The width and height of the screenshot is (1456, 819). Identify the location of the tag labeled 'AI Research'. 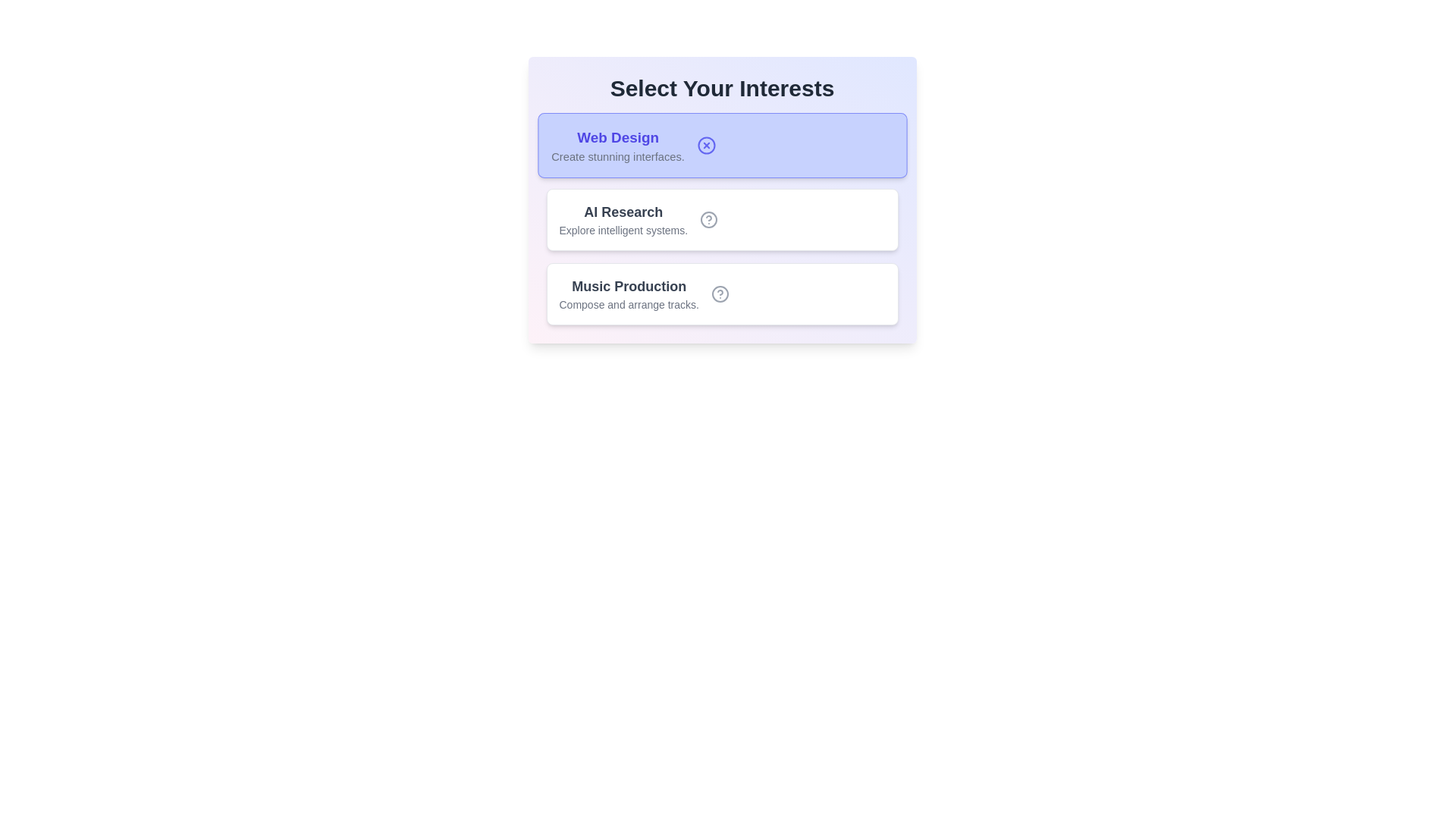
(721, 219).